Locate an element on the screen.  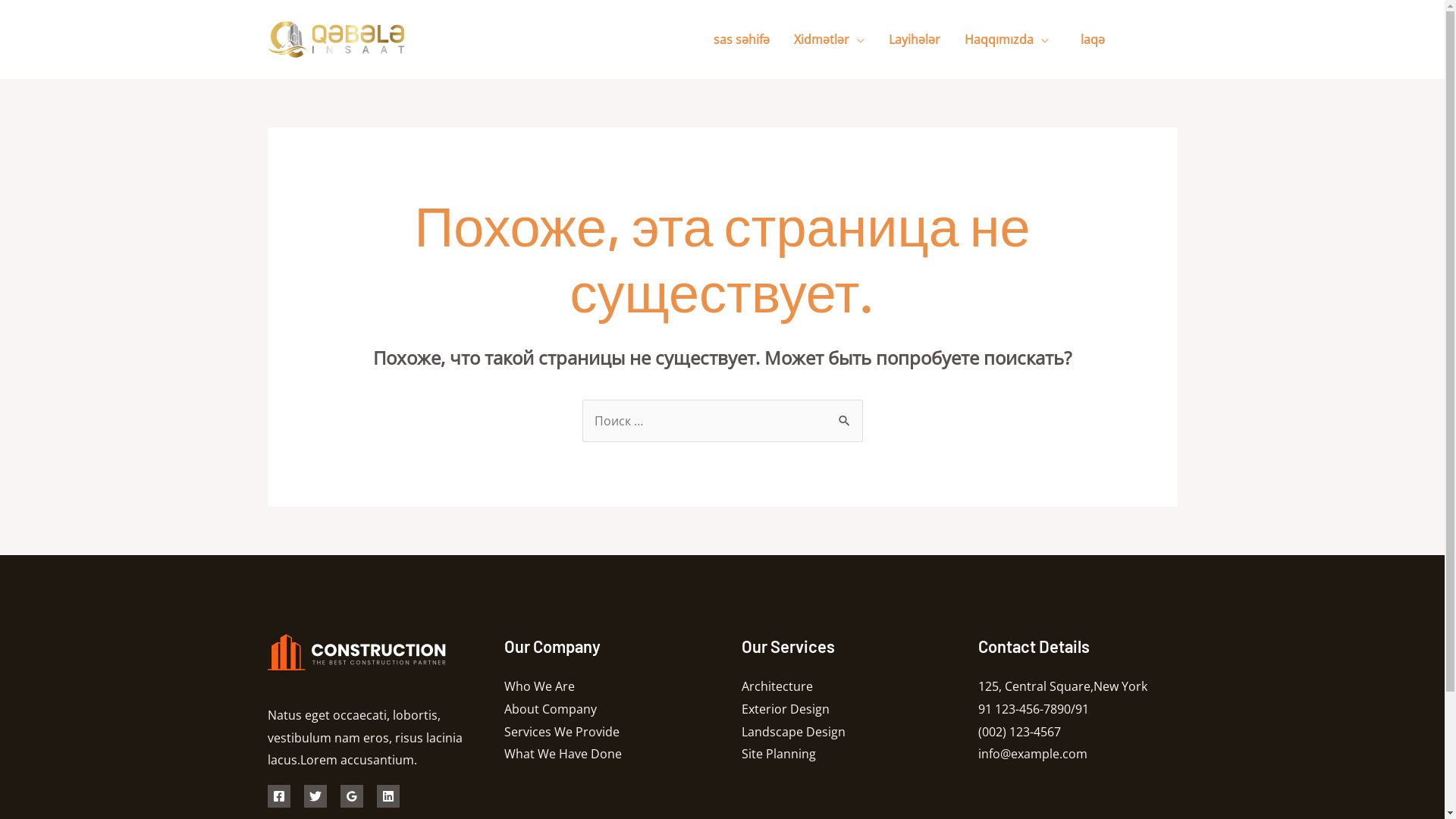
'What We Have Done' is located at coordinates (562, 754).